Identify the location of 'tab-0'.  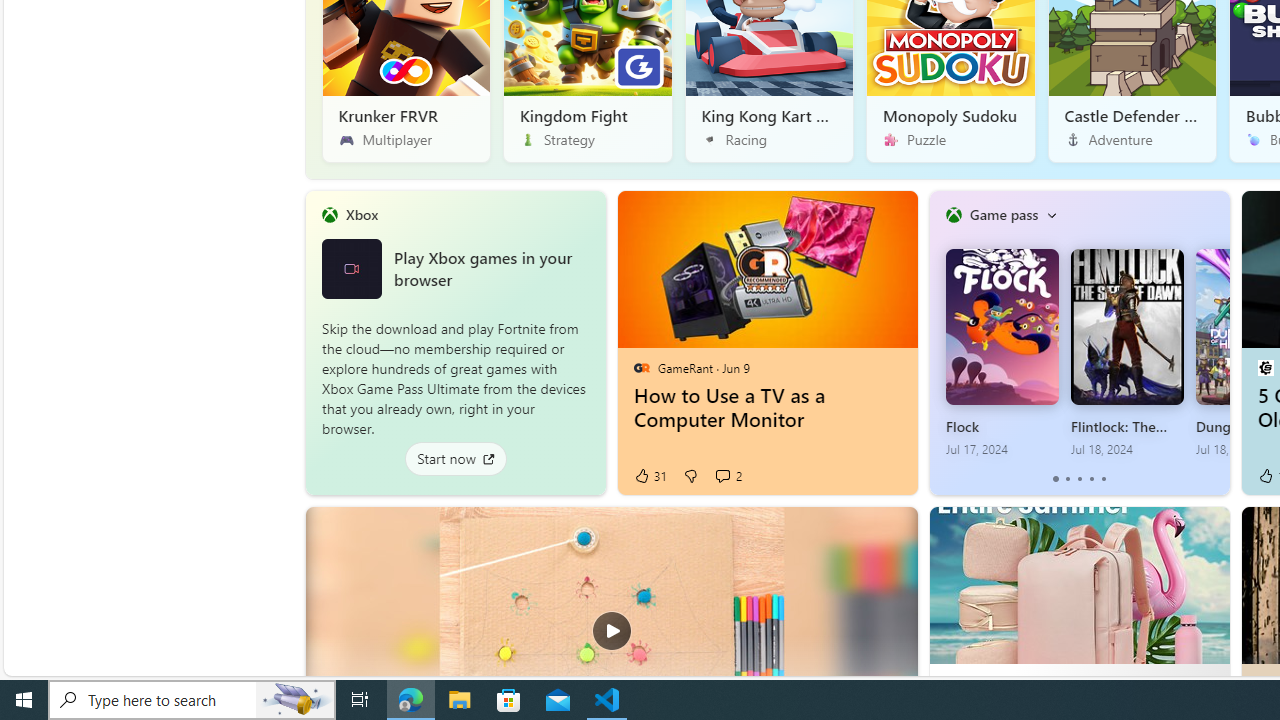
(1055, 479).